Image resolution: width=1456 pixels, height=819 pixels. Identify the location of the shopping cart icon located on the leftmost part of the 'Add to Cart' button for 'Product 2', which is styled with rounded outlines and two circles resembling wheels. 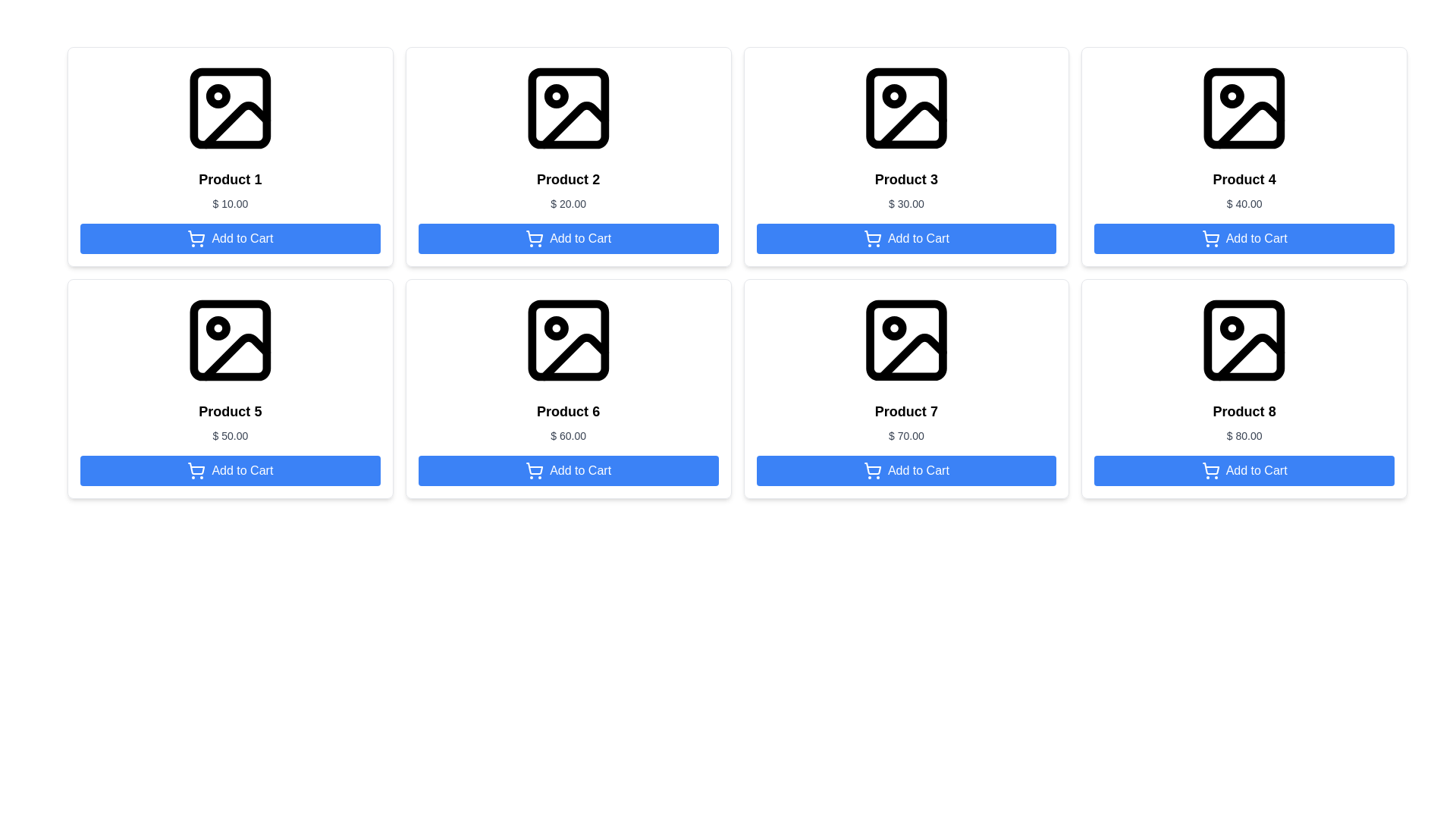
(535, 239).